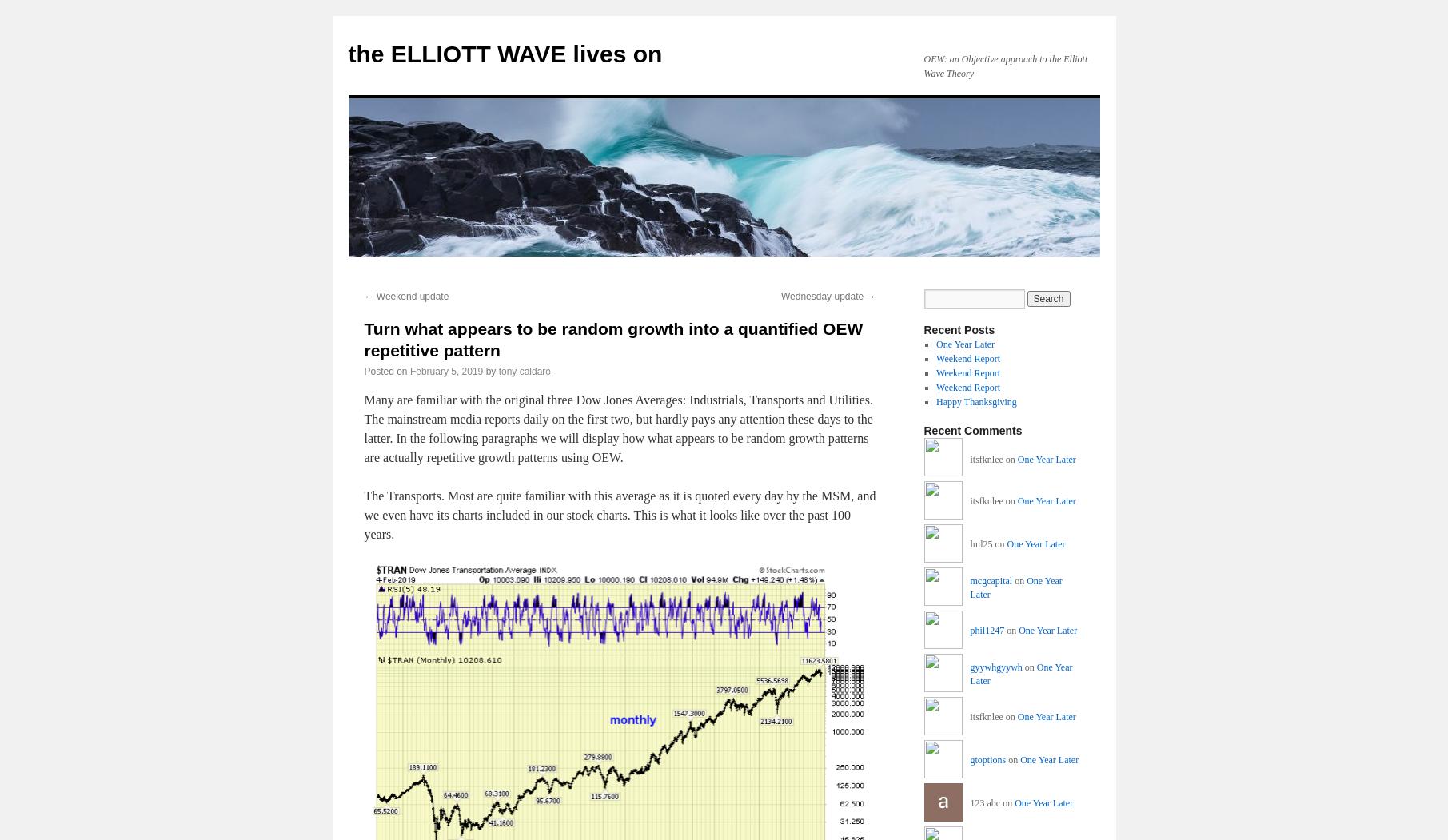 This screenshot has height=840, width=1448. Describe the element at coordinates (409, 296) in the screenshot. I see `'Weekend update'` at that location.